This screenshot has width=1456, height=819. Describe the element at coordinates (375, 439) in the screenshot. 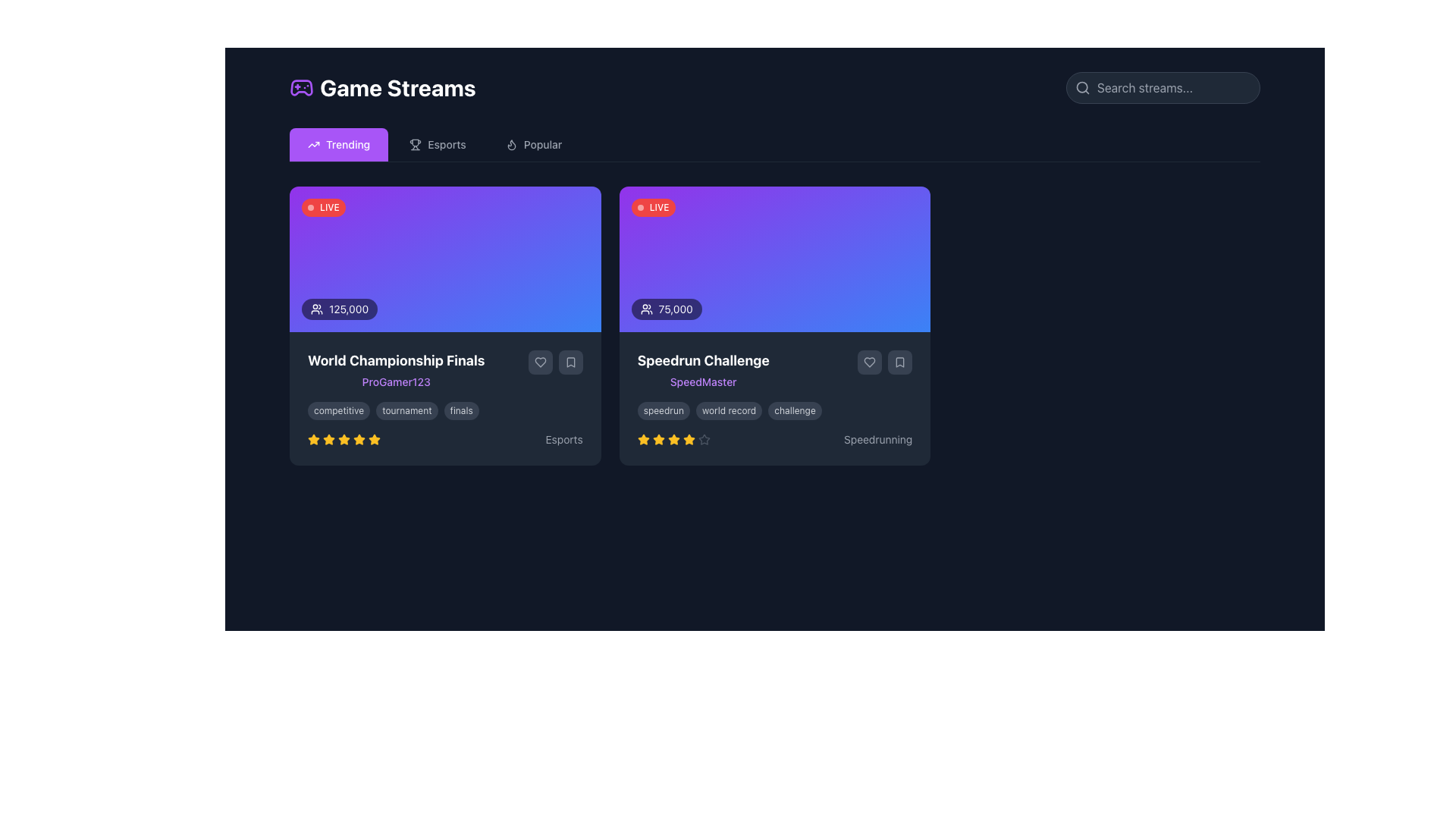

I see `the fifth star icon in the rating component for the 'World Championship Finals' card` at that location.